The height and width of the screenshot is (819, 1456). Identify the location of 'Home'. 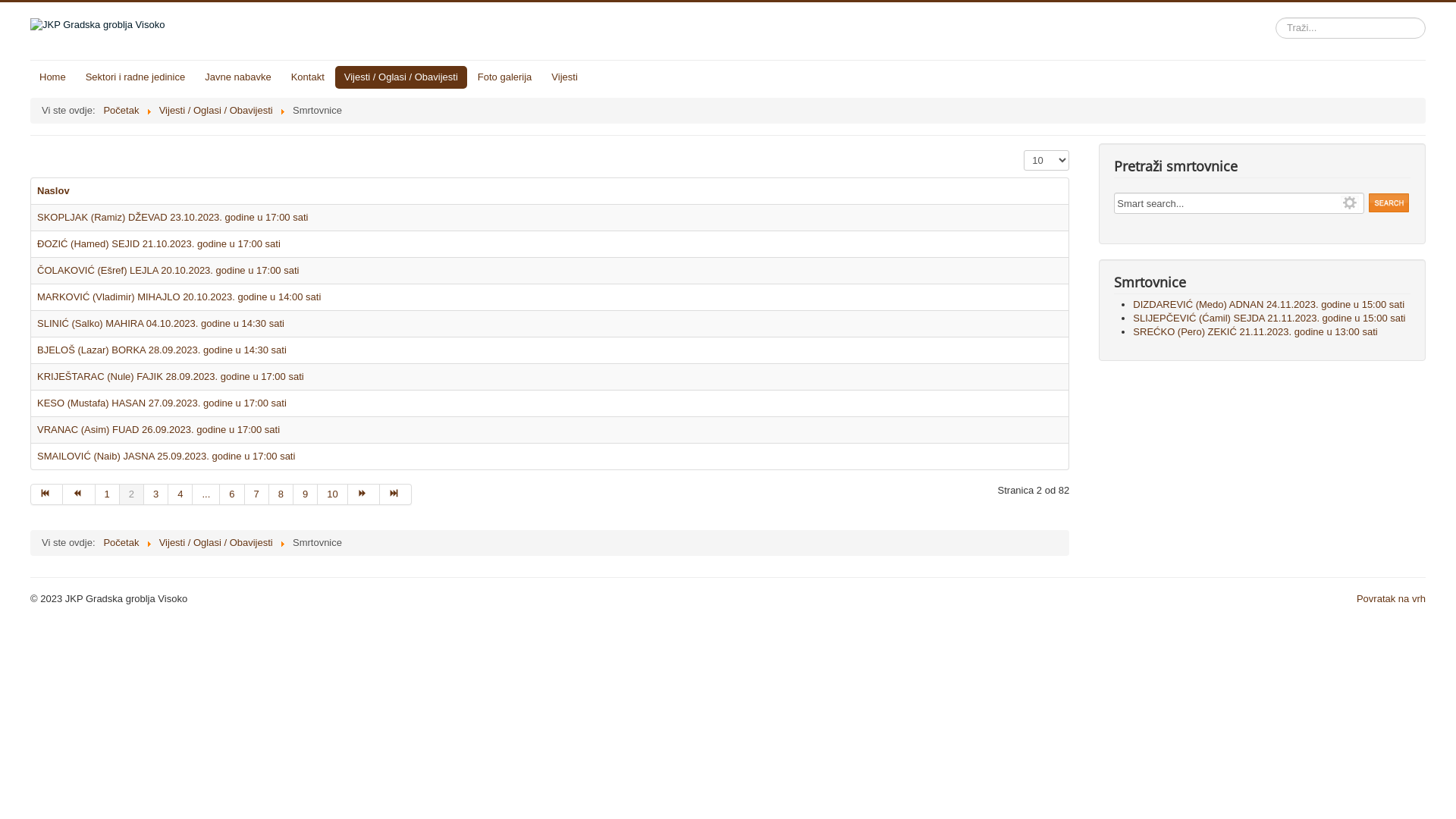
(52, 77).